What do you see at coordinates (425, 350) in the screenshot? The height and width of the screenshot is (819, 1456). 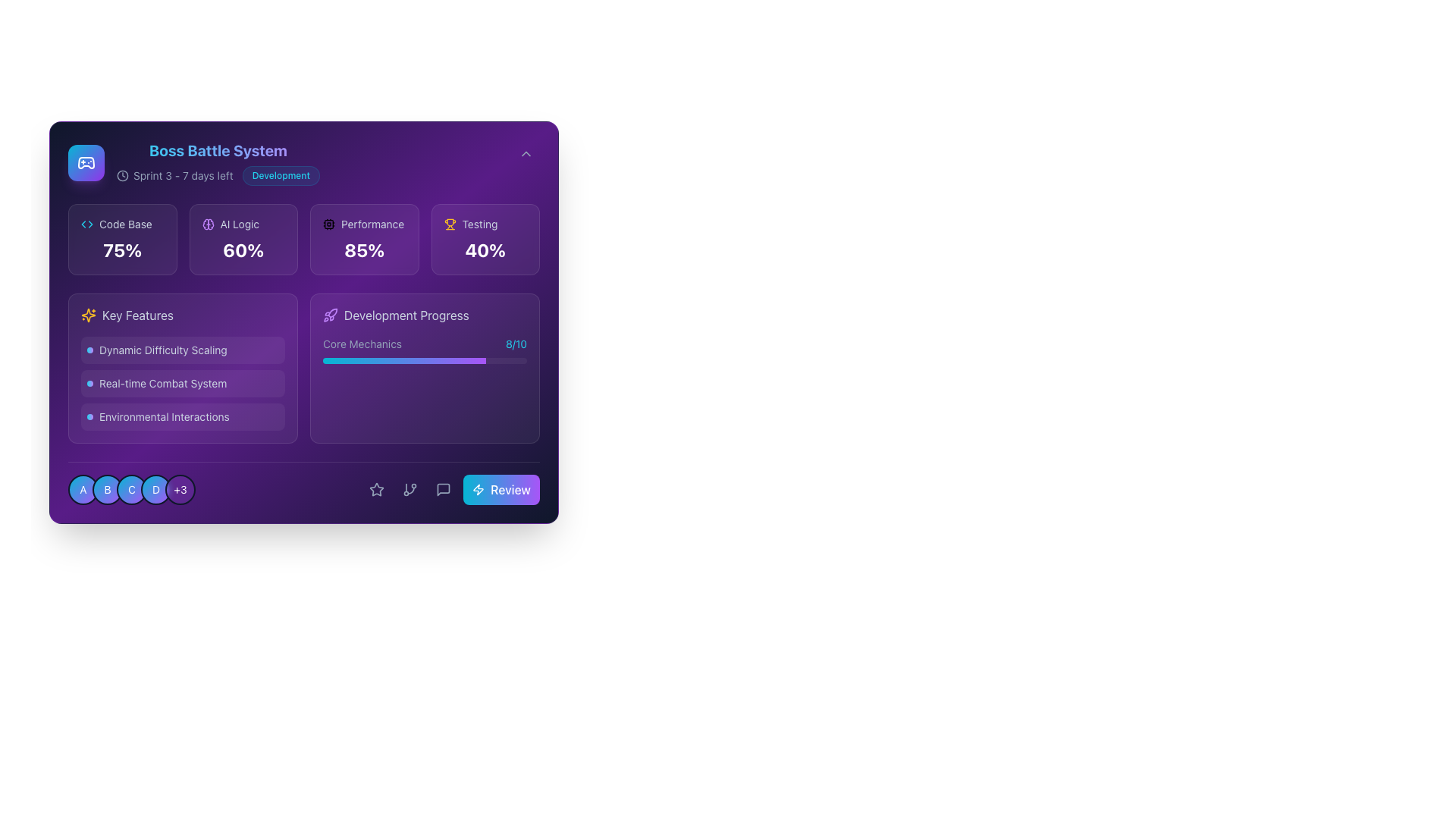 I see `the Progress indicator labeled 'Core Mechanics' with the score '8/10' and a gradient progress bar from cyan to purple, located in the 'Development Progress' section` at bounding box center [425, 350].